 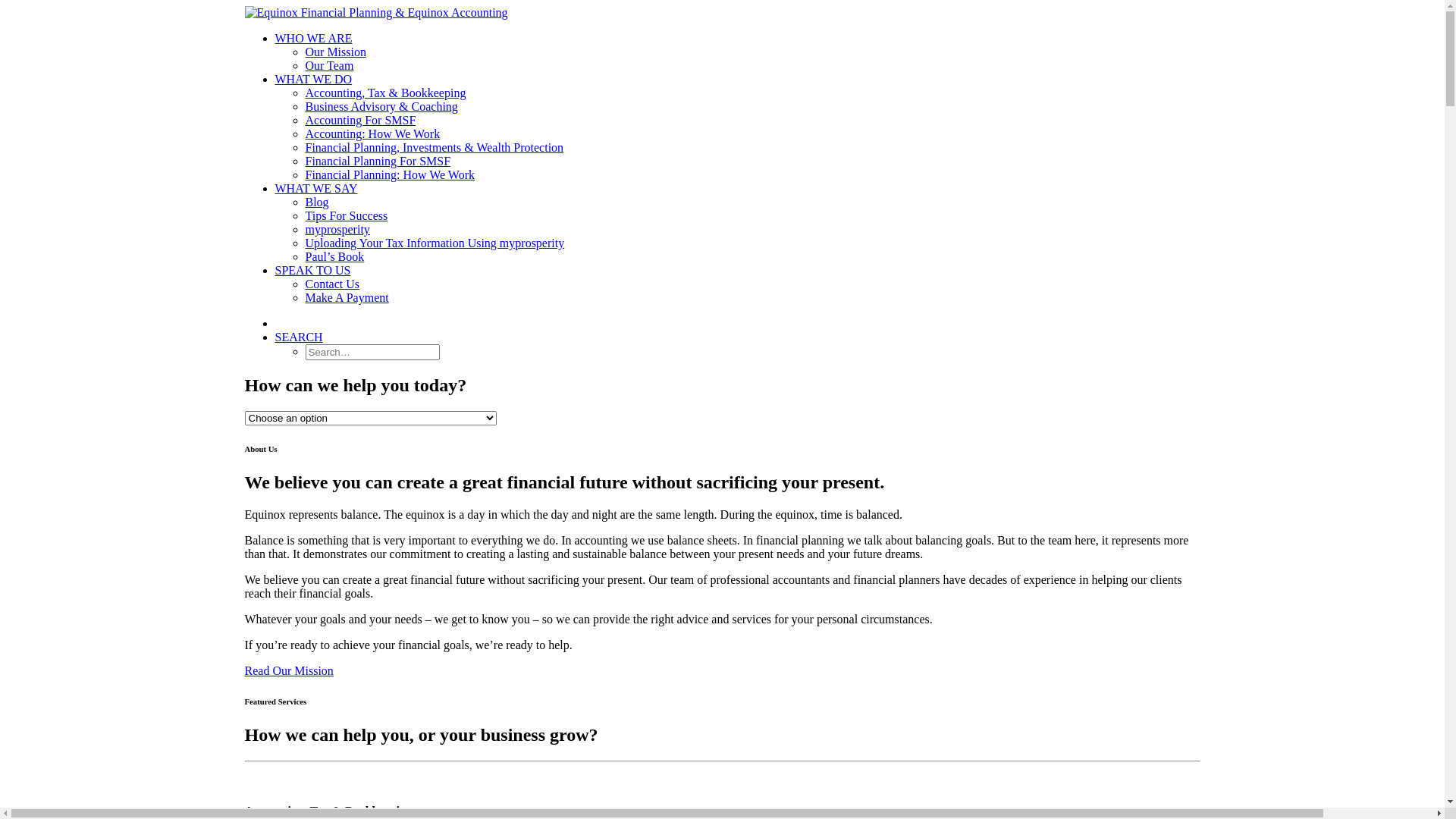 I want to click on 'Blog', so click(x=315, y=201).